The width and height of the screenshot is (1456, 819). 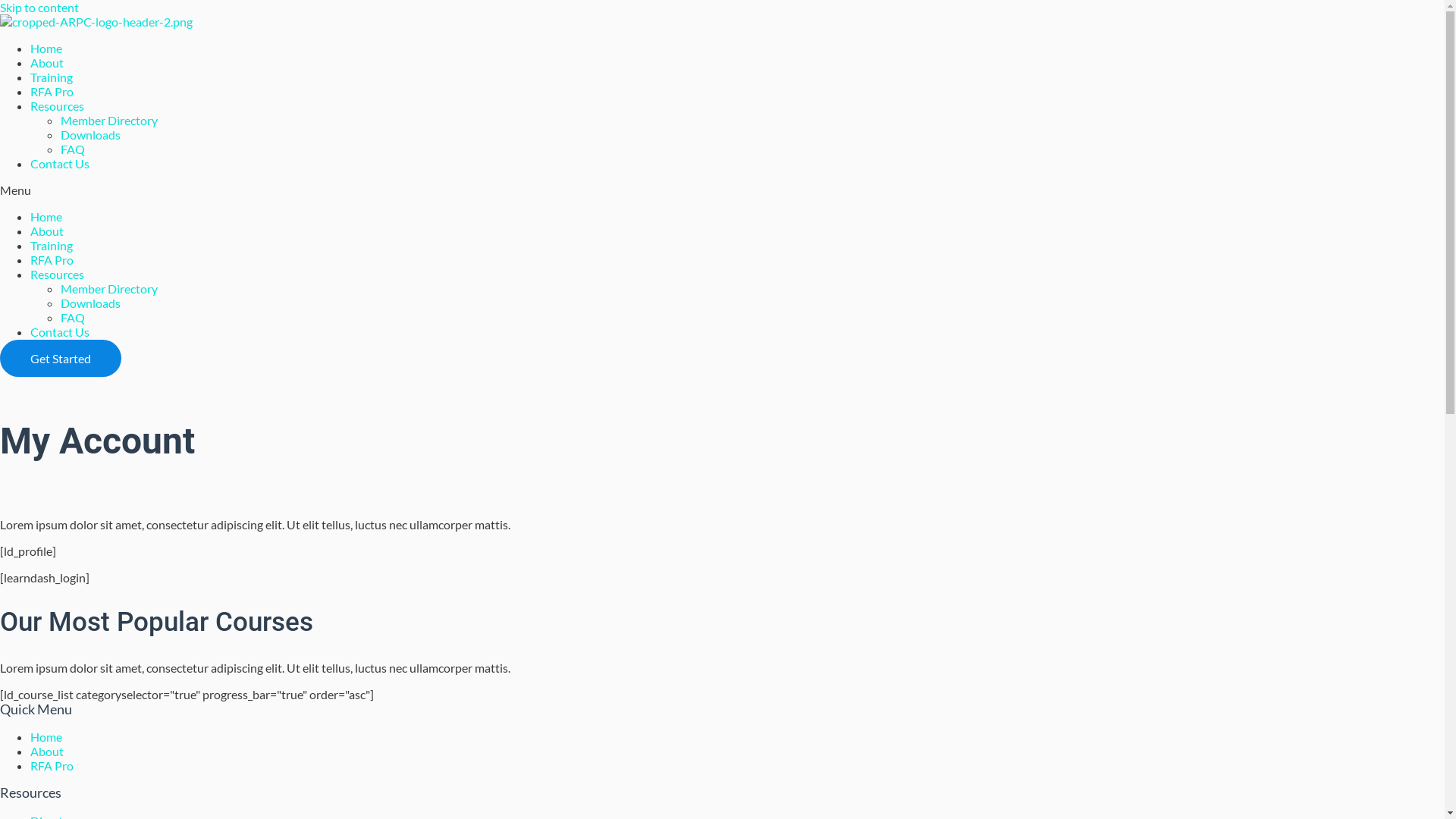 What do you see at coordinates (61, 358) in the screenshot?
I see `'Get Started'` at bounding box center [61, 358].